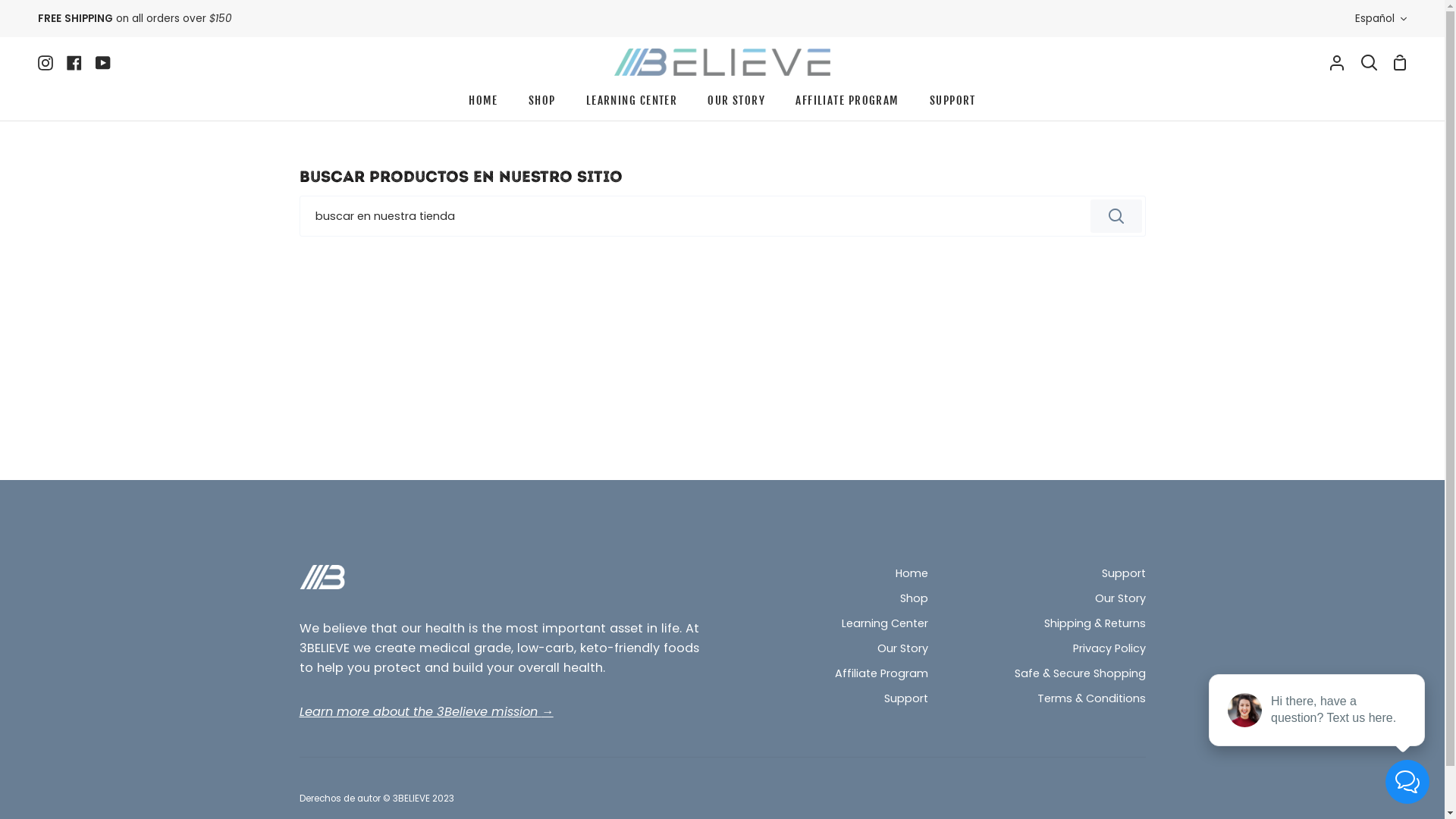 The image size is (1456, 819). Describe the element at coordinates (884, 625) in the screenshot. I see `'Learning Center'` at that location.